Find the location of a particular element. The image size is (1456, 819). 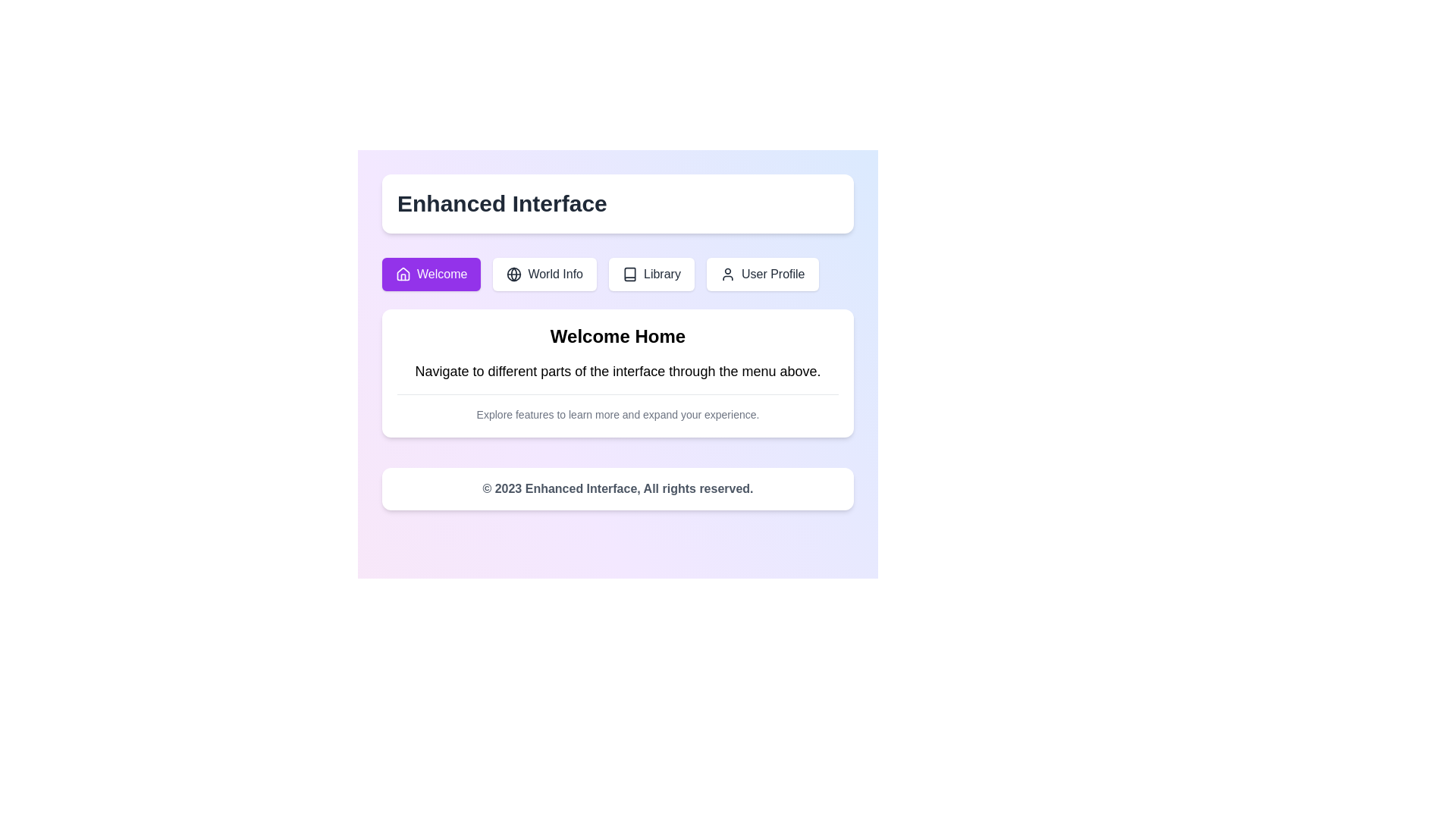

the copyright notice text label styled in gray with bold font, located in the footer section of the interface is located at coordinates (618, 488).